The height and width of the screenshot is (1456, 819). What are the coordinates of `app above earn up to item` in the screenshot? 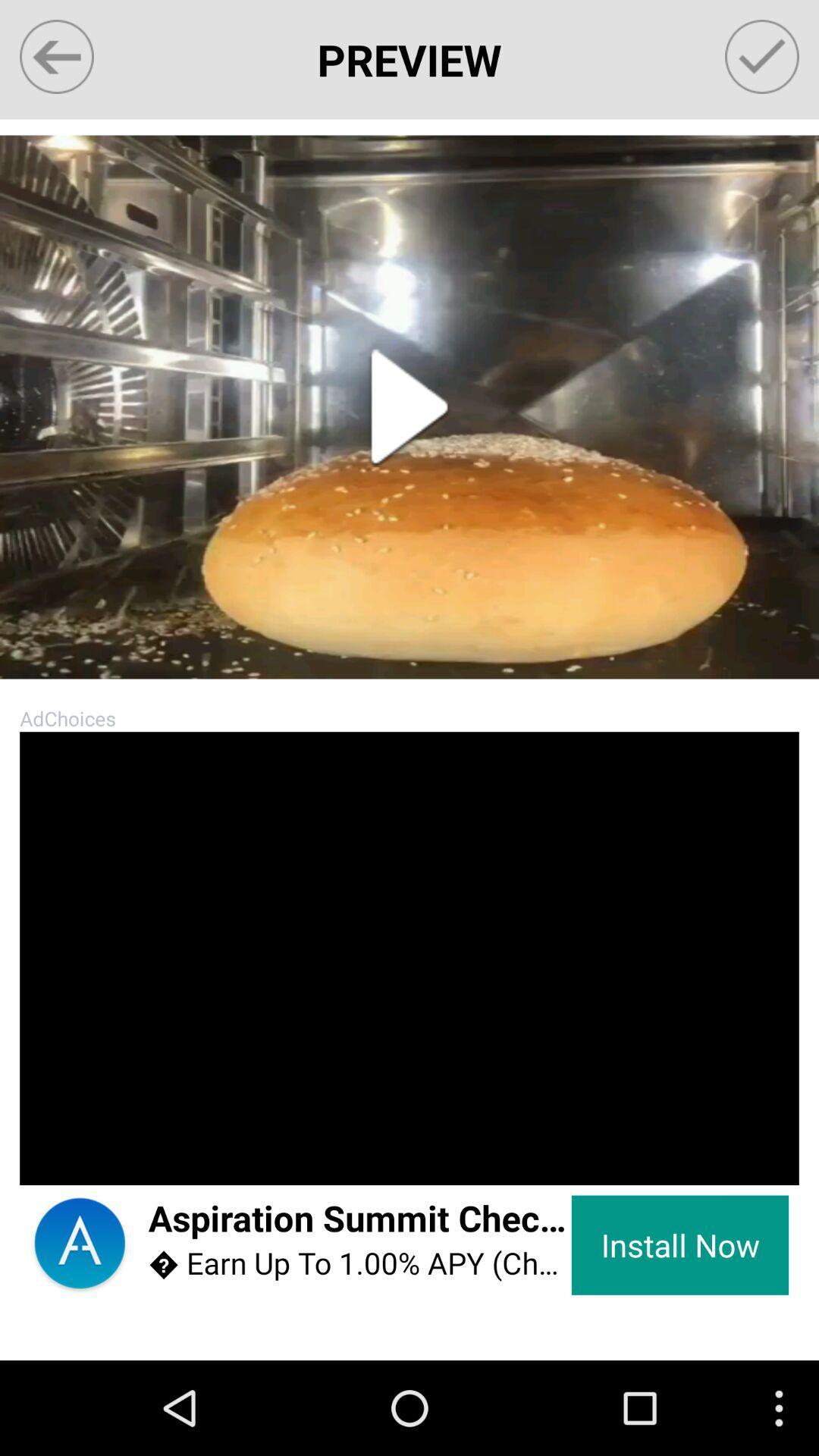 It's located at (359, 1219).